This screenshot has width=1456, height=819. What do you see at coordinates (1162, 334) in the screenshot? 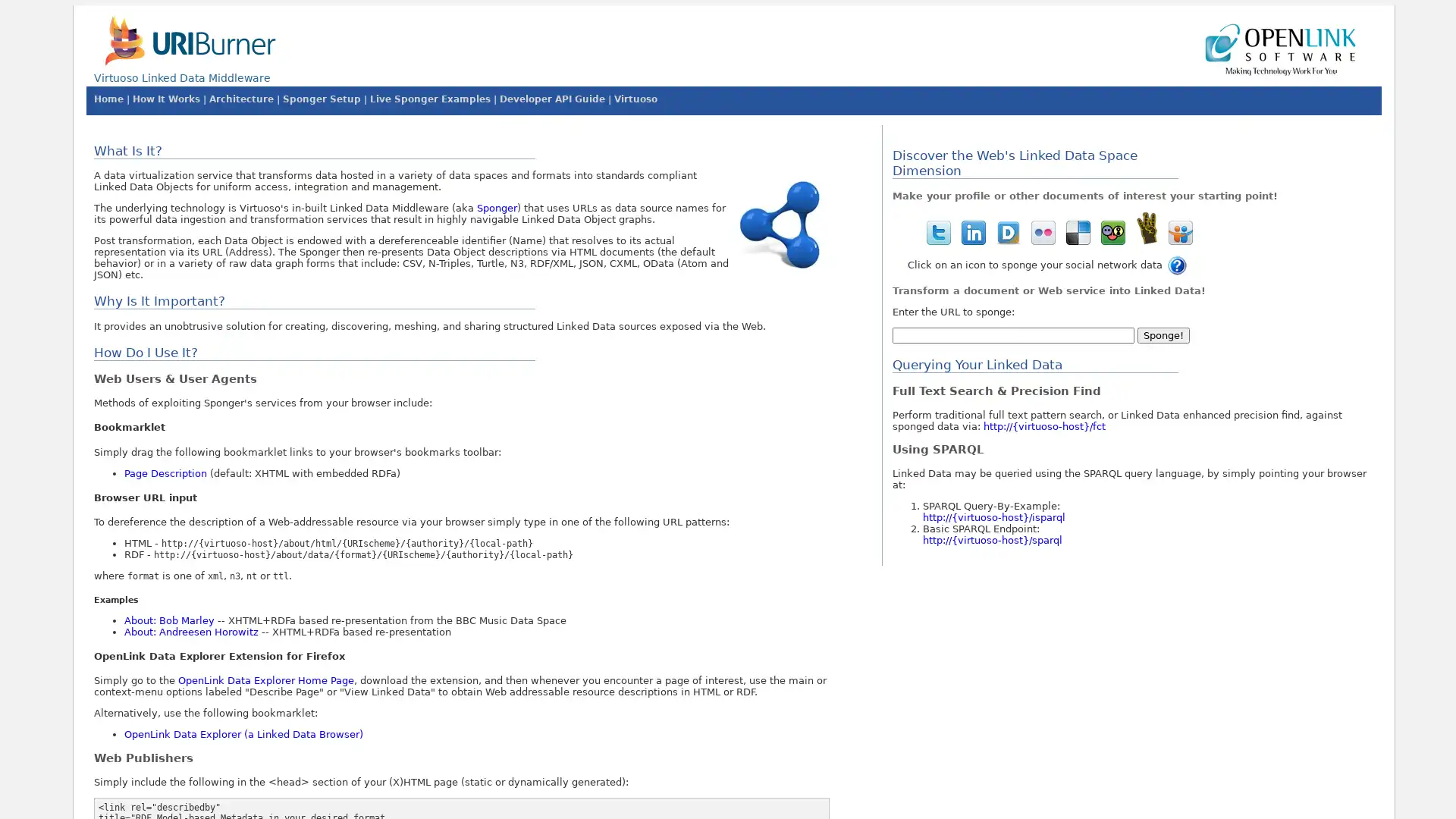
I see `Sponge!` at bounding box center [1162, 334].